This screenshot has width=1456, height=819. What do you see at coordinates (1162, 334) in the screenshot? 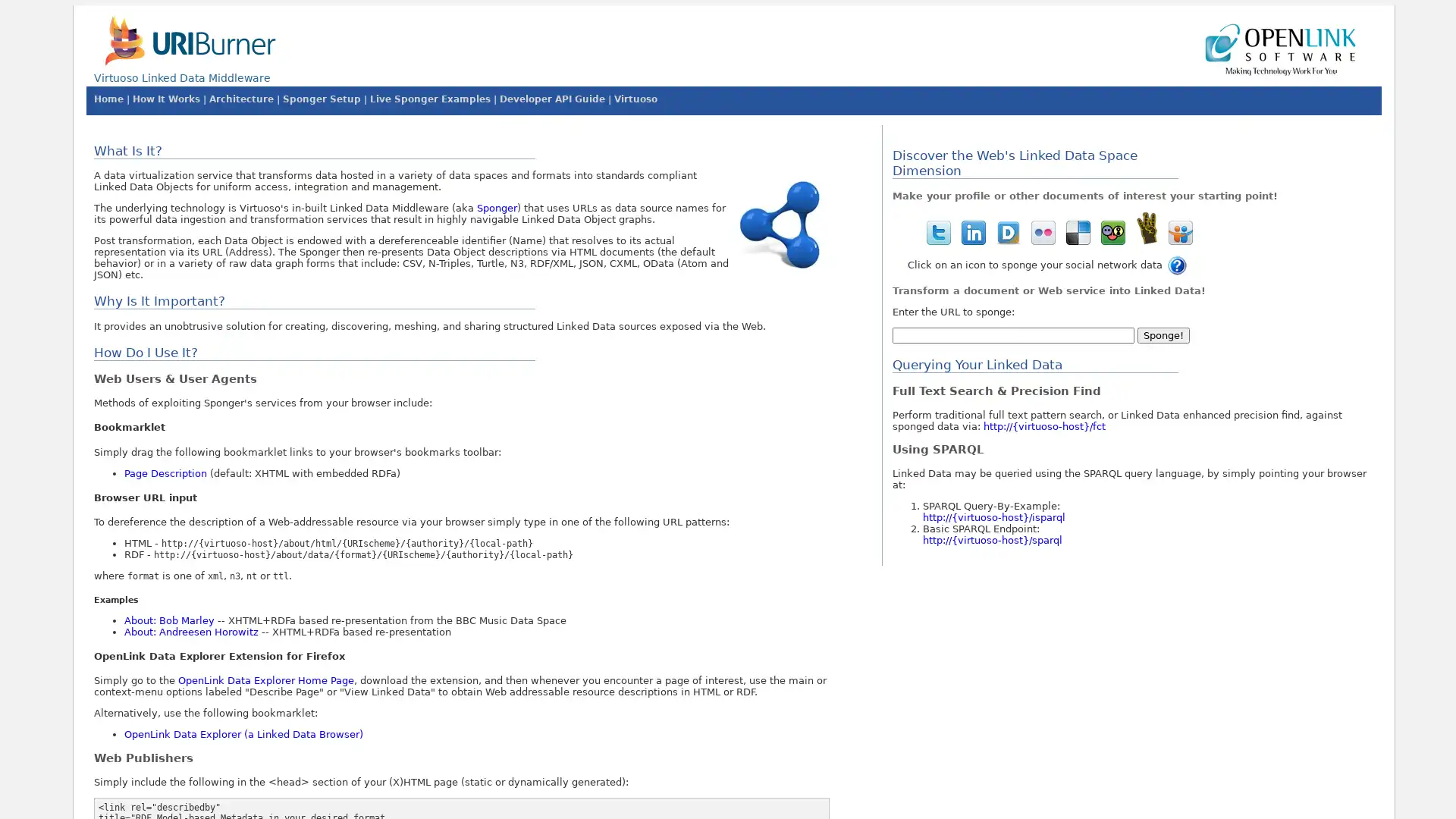
I see `Sponge!` at bounding box center [1162, 334].